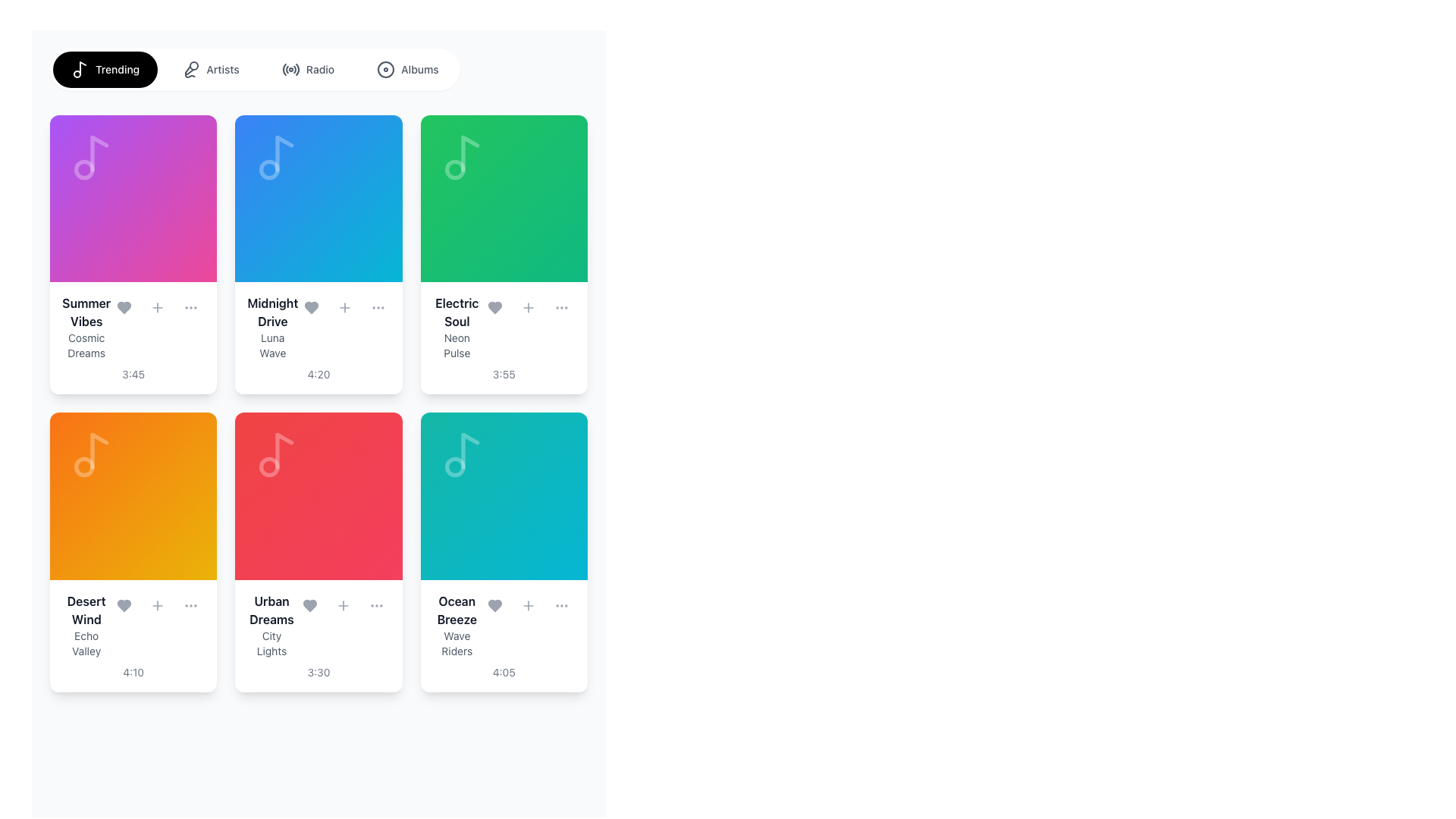 The height and width of the screenshot is (819, 1456). I want to click on the 'Midnight Drive' text label, which is styled in bold and colored dark, located in the second card row, above the 'Luna Wave' subtitle, so click(272, 312).